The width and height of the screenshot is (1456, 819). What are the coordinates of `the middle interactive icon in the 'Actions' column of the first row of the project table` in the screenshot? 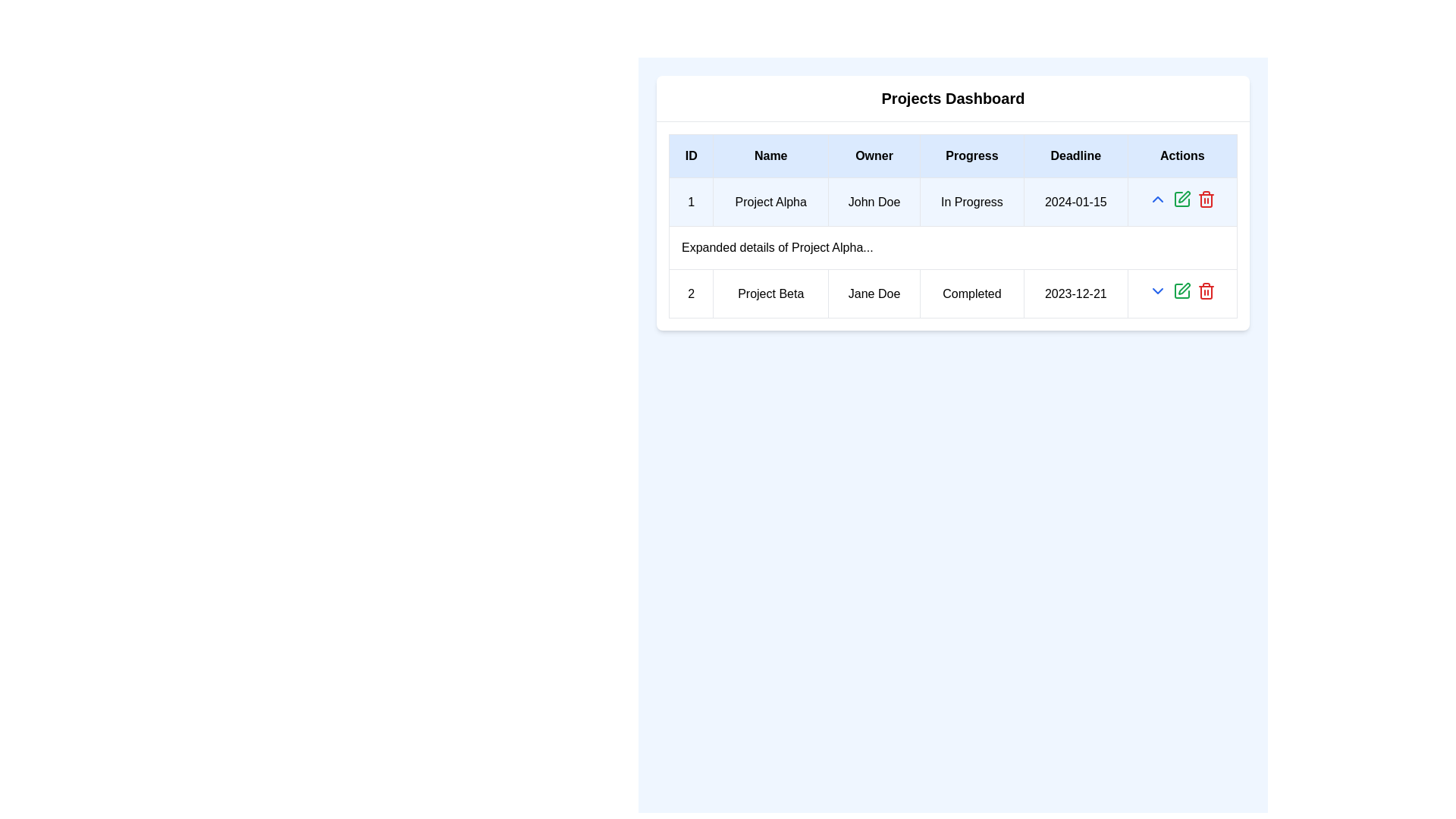 It's located at (1181, 198).